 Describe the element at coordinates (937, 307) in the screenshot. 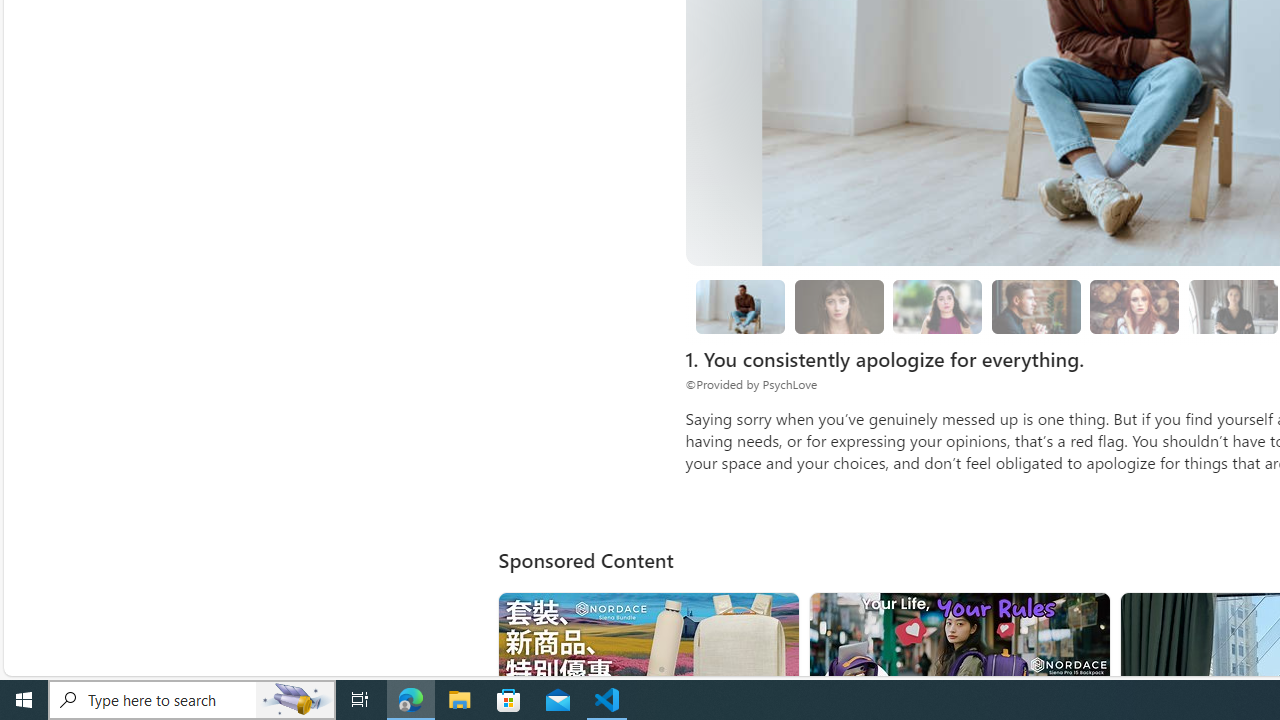

I see `'4. You can name and understand your feelings.'` at that location.